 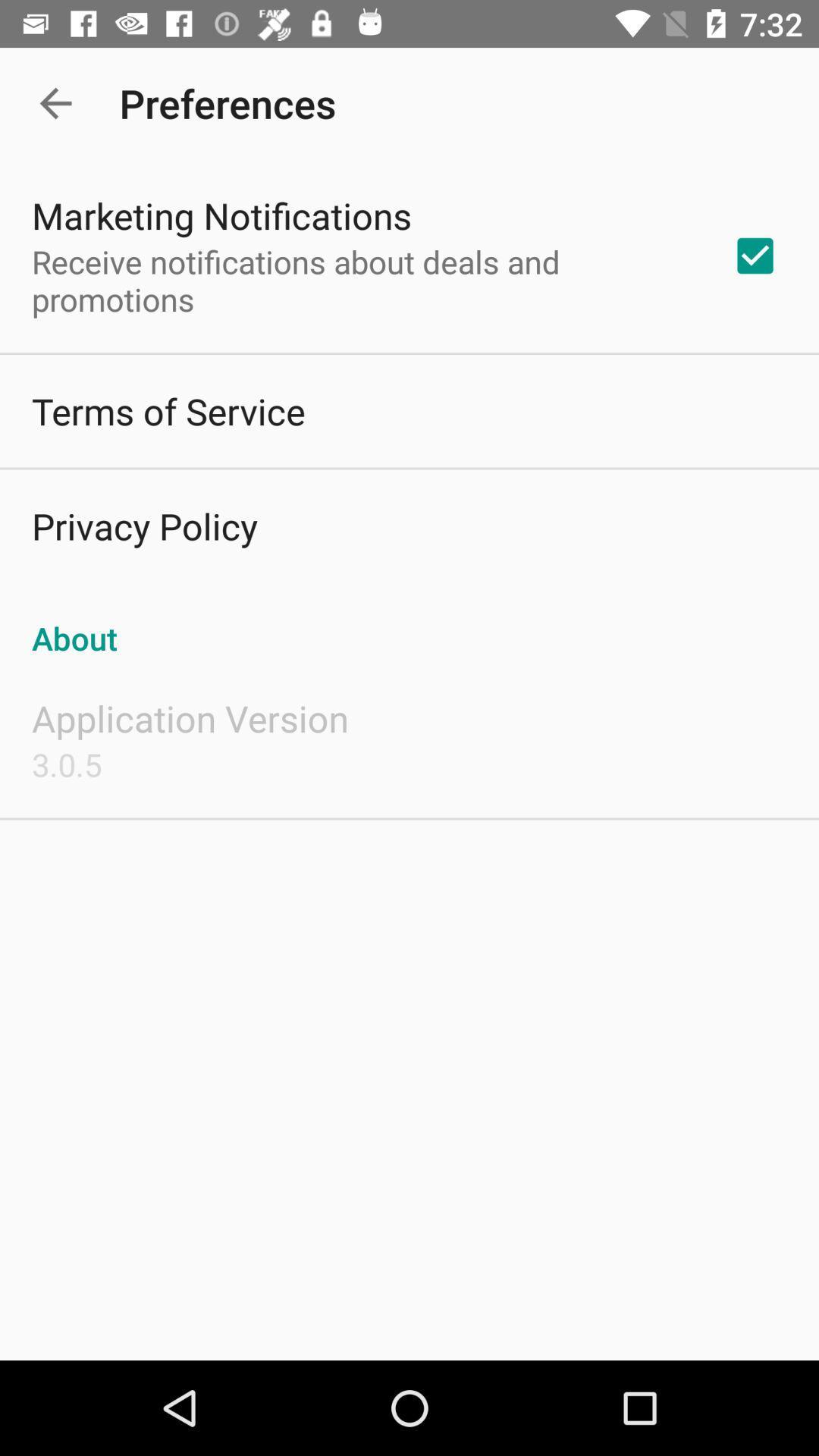 I want to click on item above about app, so click(x=755, y=256).